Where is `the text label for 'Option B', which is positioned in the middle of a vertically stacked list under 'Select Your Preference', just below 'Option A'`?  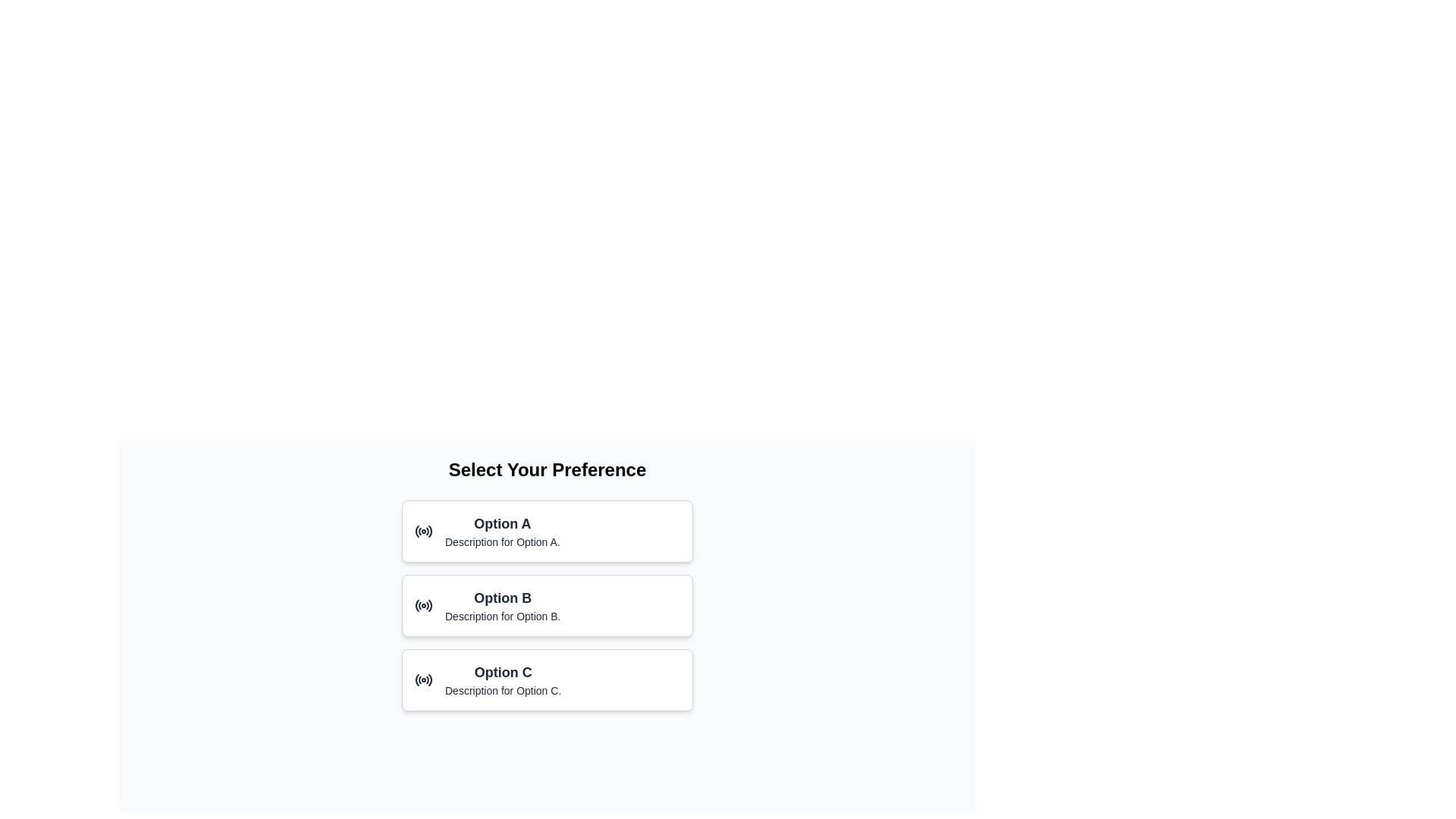 the text label for 'Option B', which is positioned in the middle of a vertically stacked list under 'Select Your Preference', just below 'Option A' is located at coordinates (503, 598).